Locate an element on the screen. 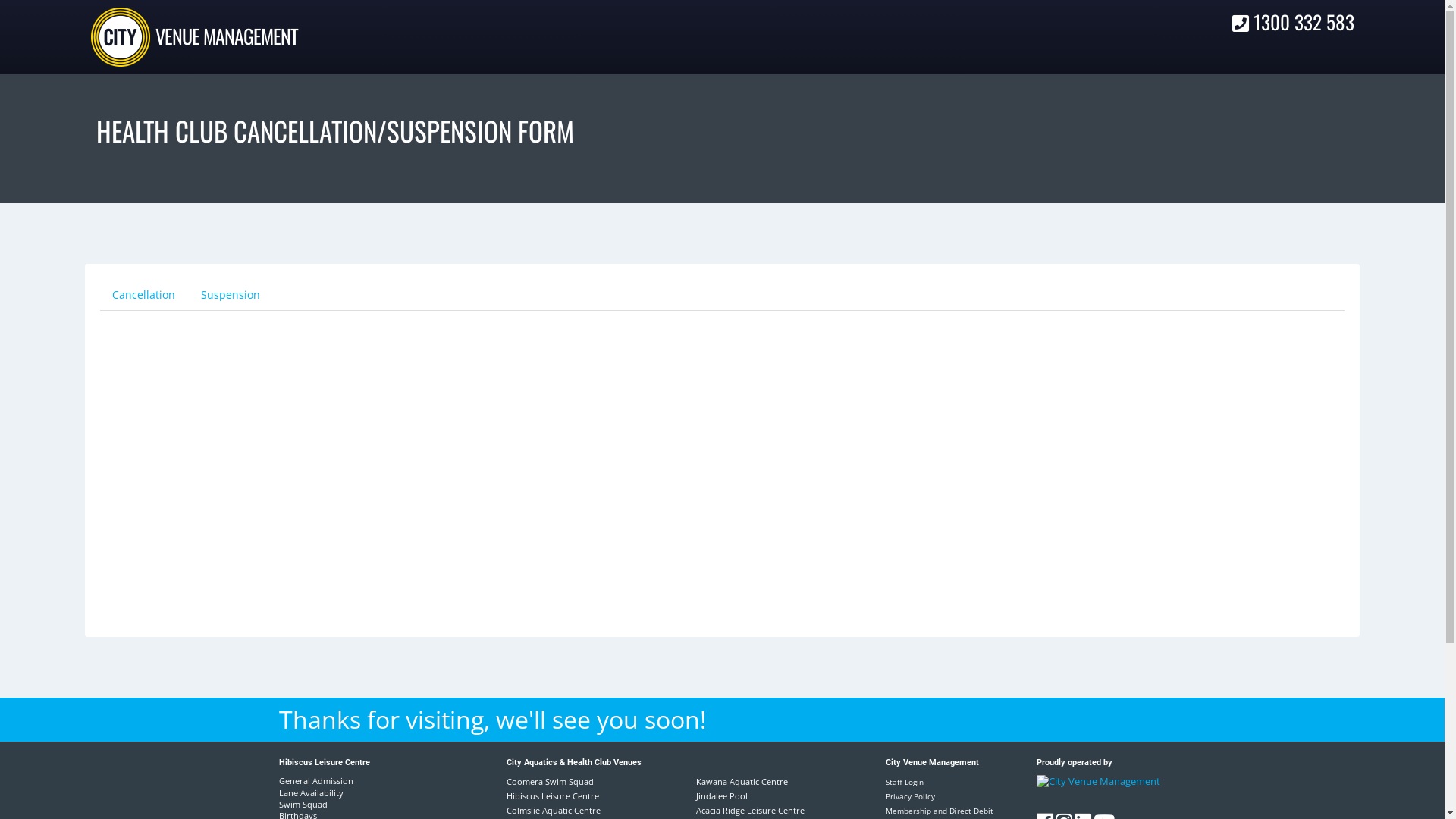 Image resolution: width=1456 pixels, height=819 pixels. 'Acacia Ridge Leisure Centre' is located at coordinates (750, 809).